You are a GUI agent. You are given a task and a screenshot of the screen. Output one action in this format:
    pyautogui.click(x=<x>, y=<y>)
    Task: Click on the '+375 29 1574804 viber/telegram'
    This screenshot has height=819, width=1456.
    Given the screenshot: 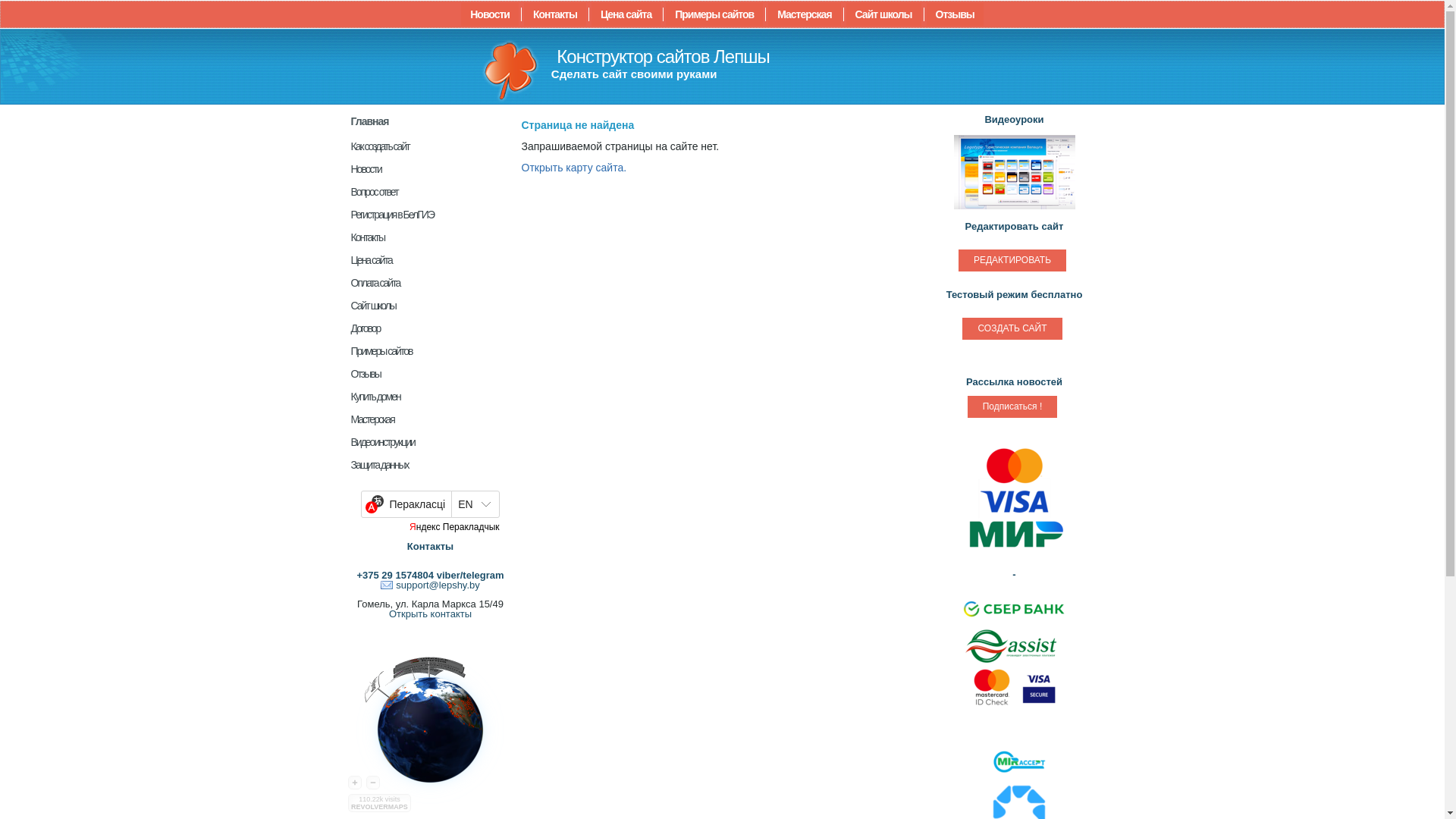 What is the action you would take?
    pyautogui.click(x=356, y=575)
    